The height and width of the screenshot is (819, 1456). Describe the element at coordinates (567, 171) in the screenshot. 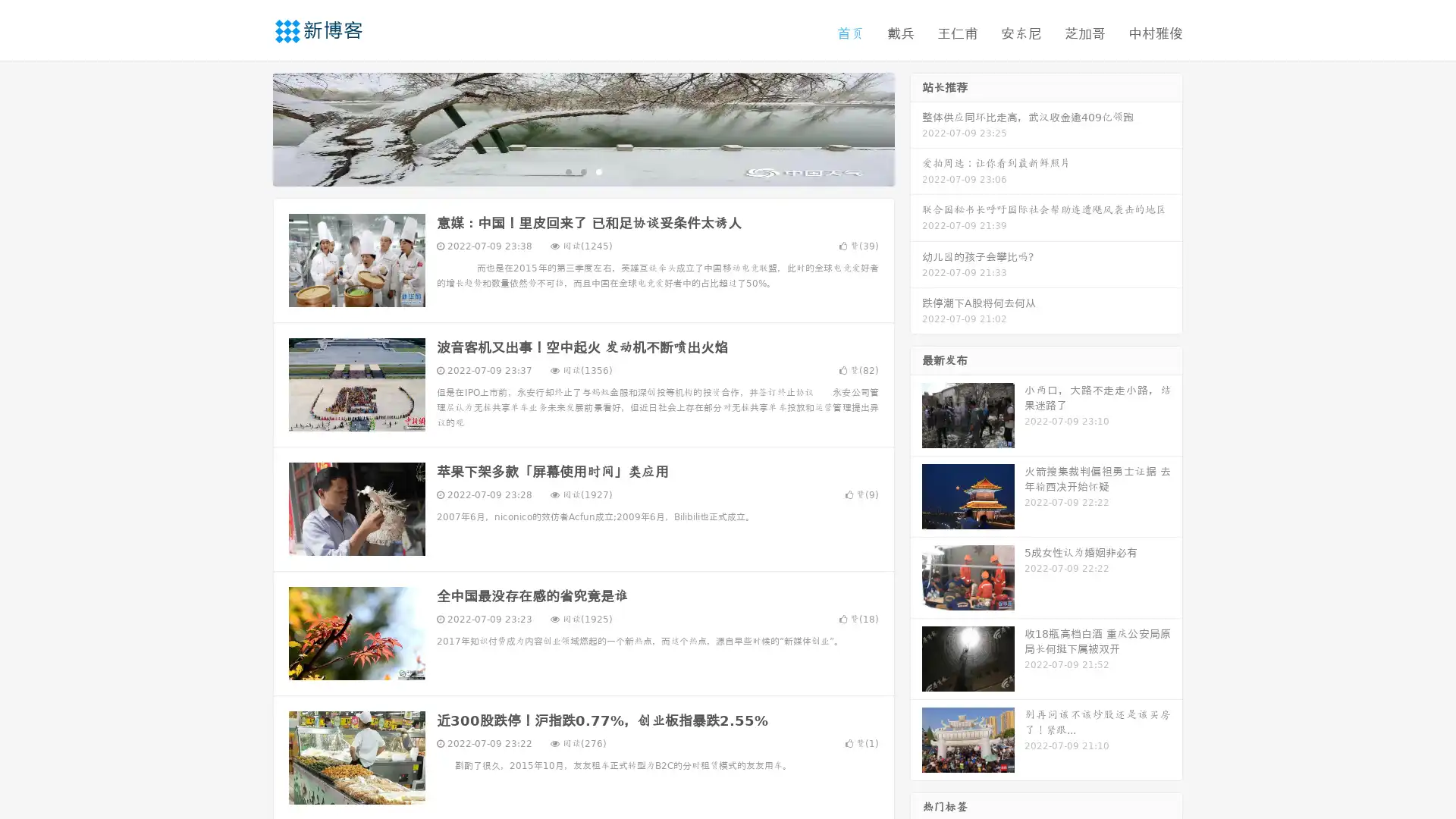

I see `Go to slide 1` at that location.